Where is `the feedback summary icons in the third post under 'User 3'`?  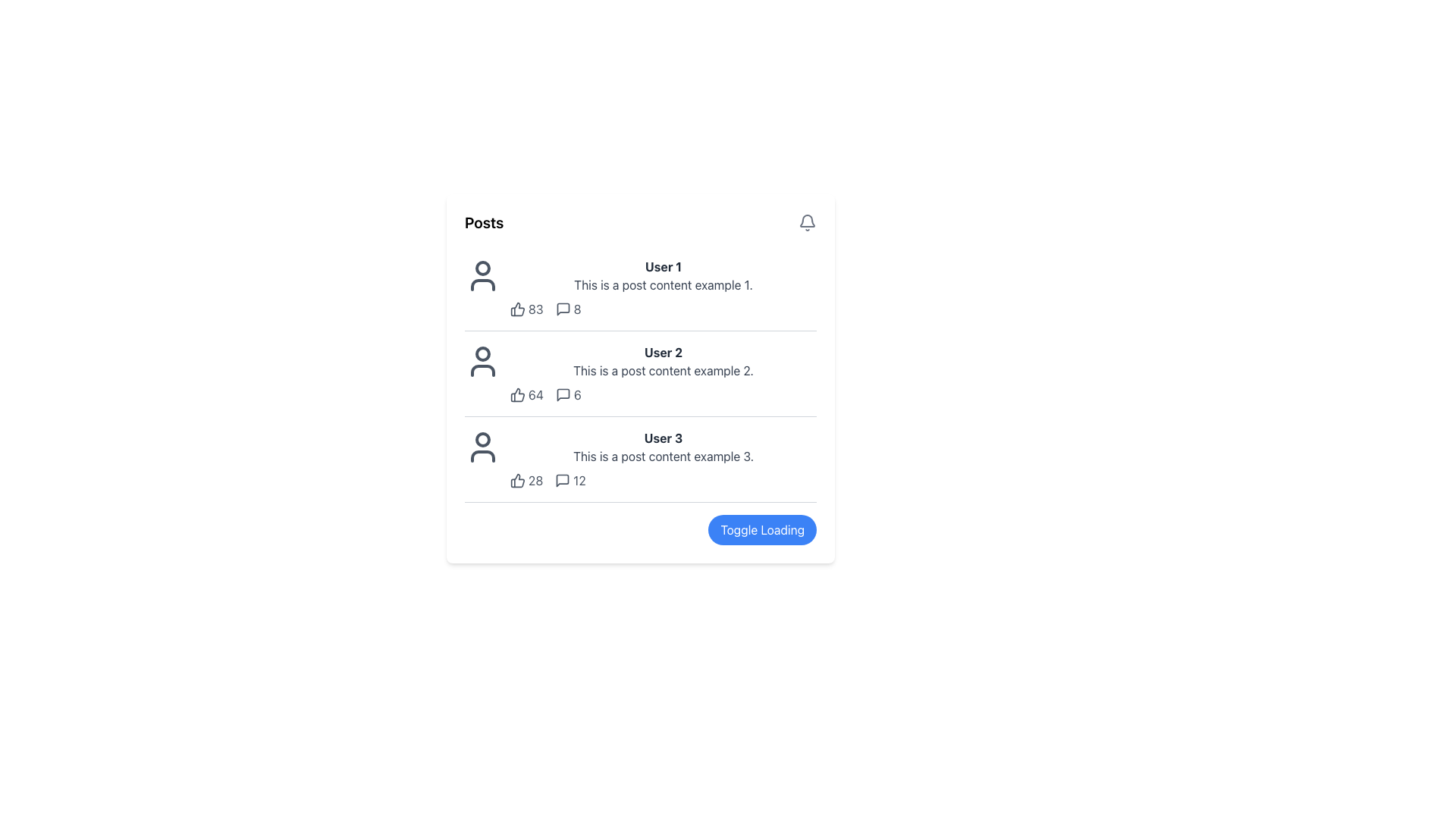 the feedback summary icons in the third post under 'User 3' is located at coordinates (663, 480).